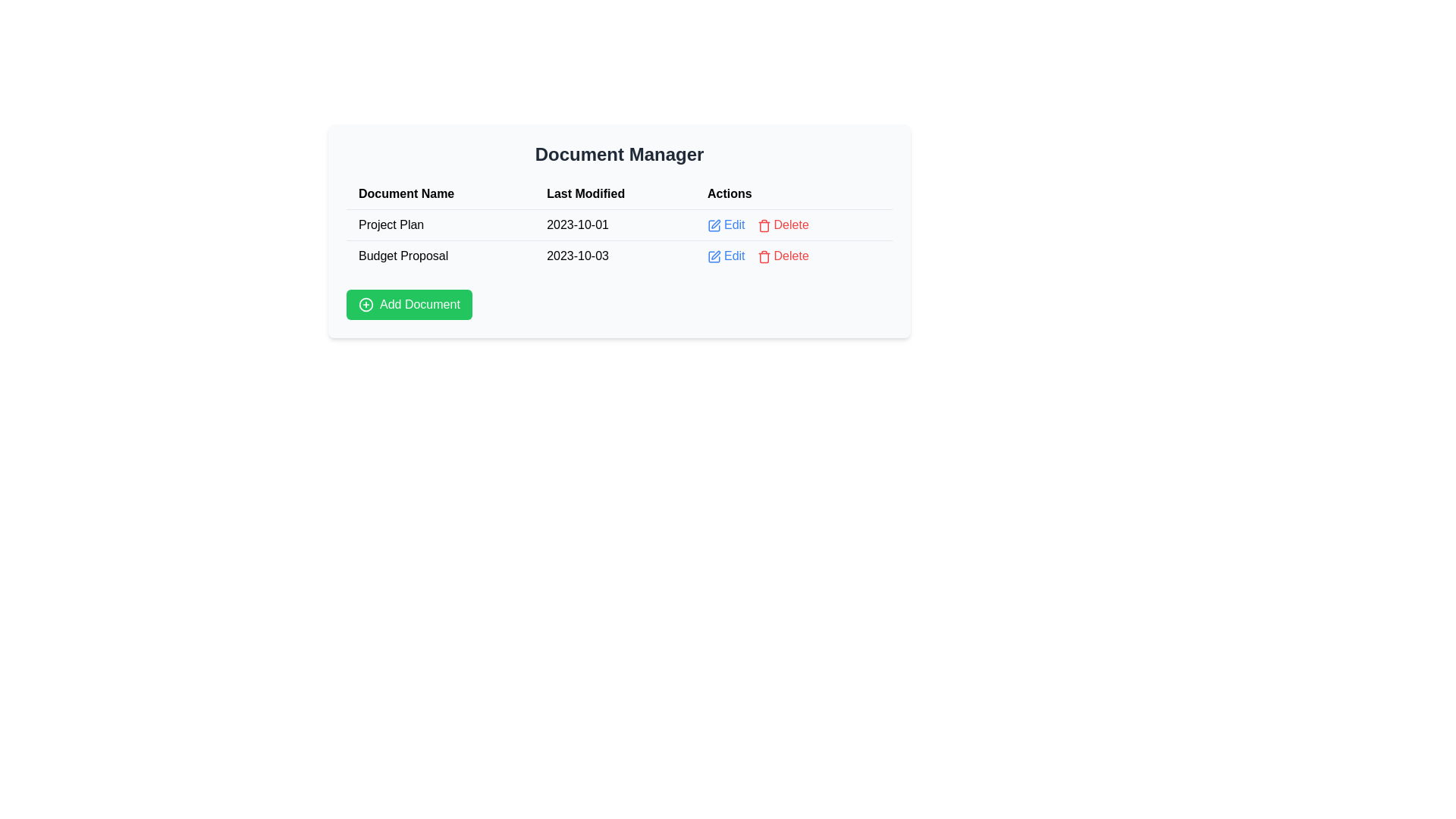 The image size is (1456, 819). What do you see at coordinates (764, 225) in the screenshot?
I see `the delete icon located in the 'Actions' column, positioned to the left of the 'Delete' text` at bounding box center [764, 225].